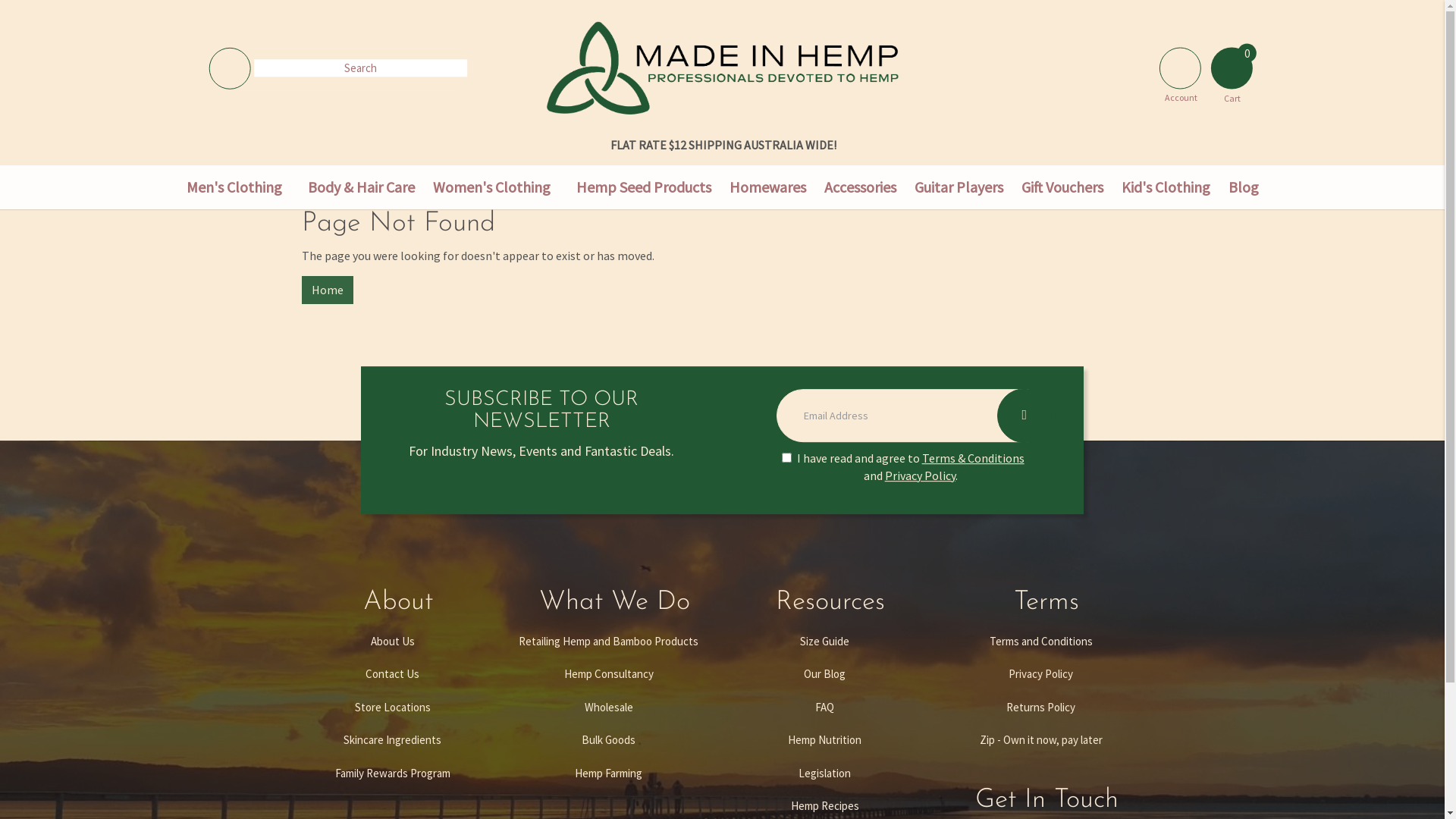 This screenshot has width=1456, height=819. Describe the element at coordinates (608, 773) in the screenshot. I see `'Hemp Farming'` at that location.